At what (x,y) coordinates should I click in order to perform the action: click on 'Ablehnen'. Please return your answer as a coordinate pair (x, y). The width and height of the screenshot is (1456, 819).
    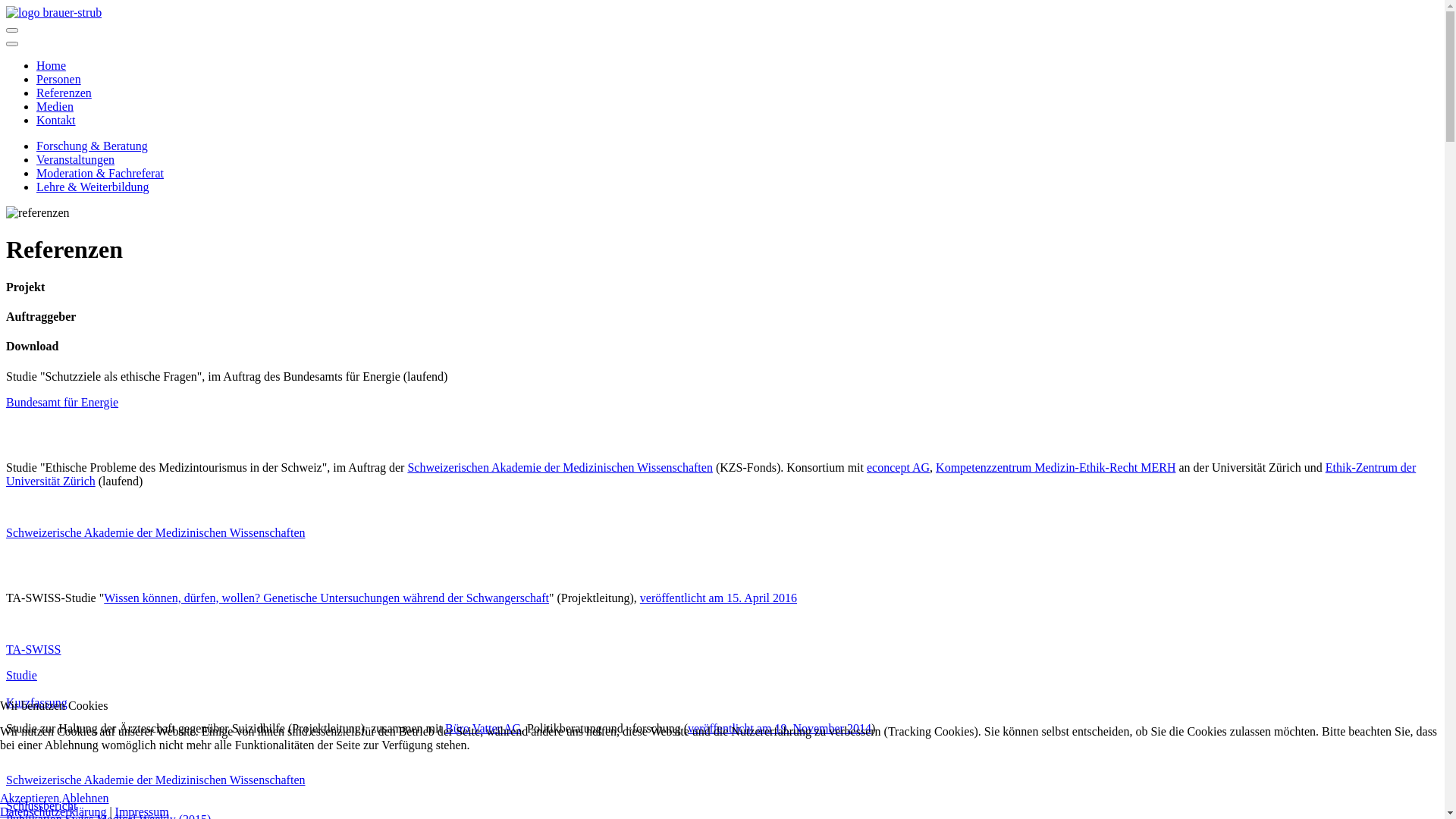
    Looking at the image, I should click on (83, 797).